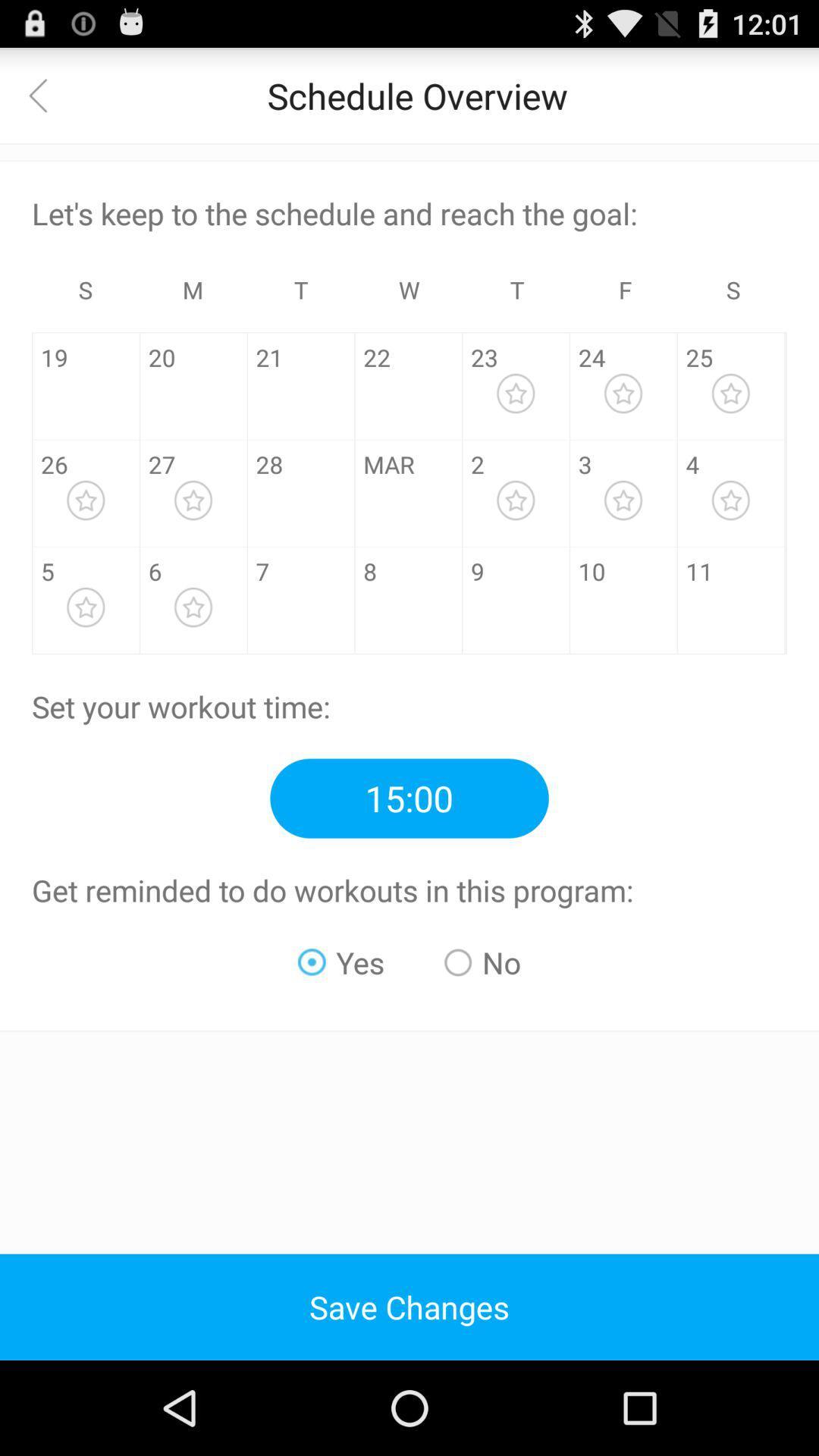  What do you see at coordinates (515, 500) in the screenshot?
I see `the star option to the right of the digit 2` at bounding box center [515, 500].